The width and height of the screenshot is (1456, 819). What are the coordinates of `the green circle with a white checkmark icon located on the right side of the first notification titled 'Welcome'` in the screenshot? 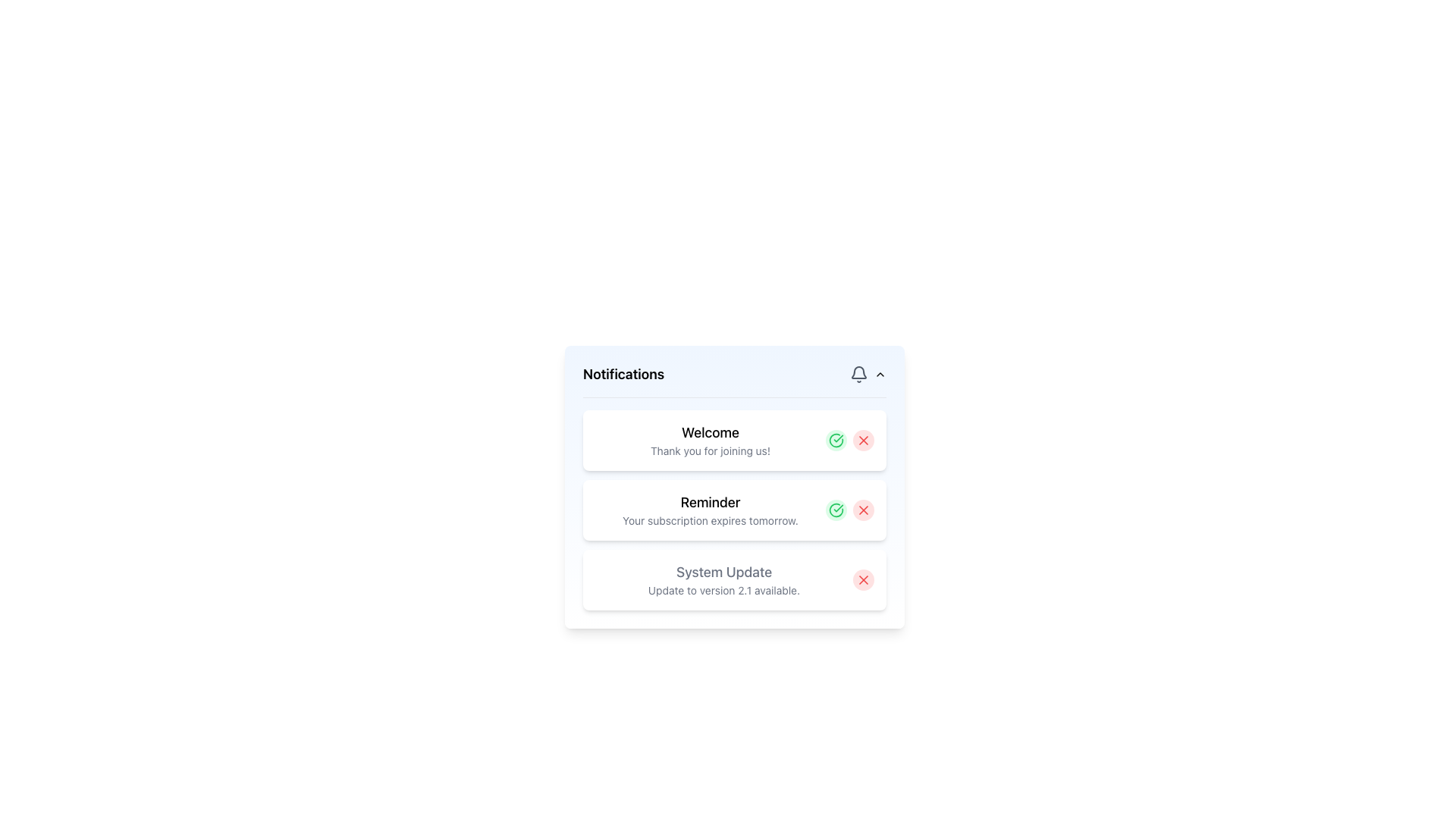 It's located at (836, 510).